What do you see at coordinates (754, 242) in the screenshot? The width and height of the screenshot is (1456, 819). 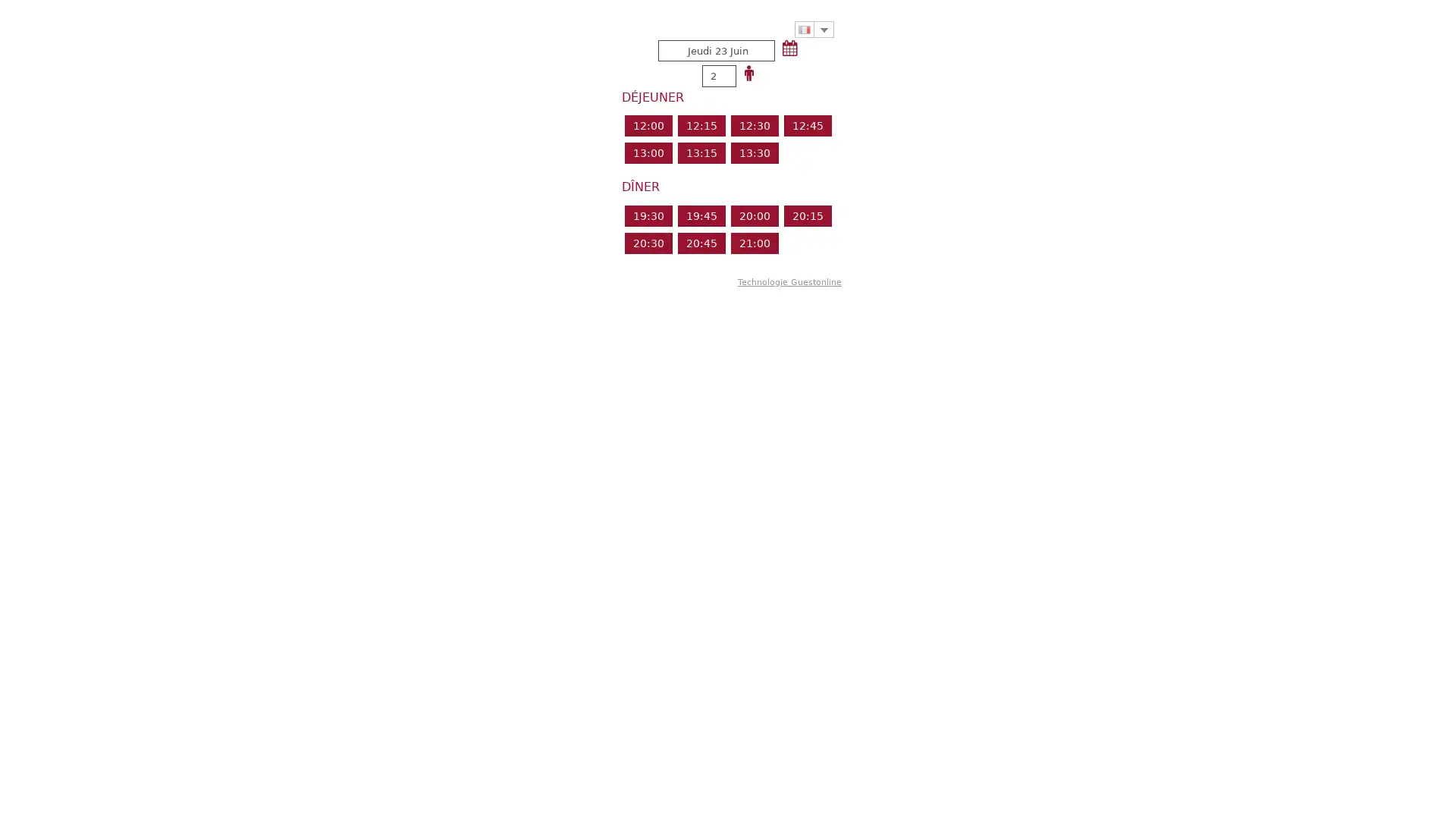 I see `21:00` at bounding box center [754, 242].